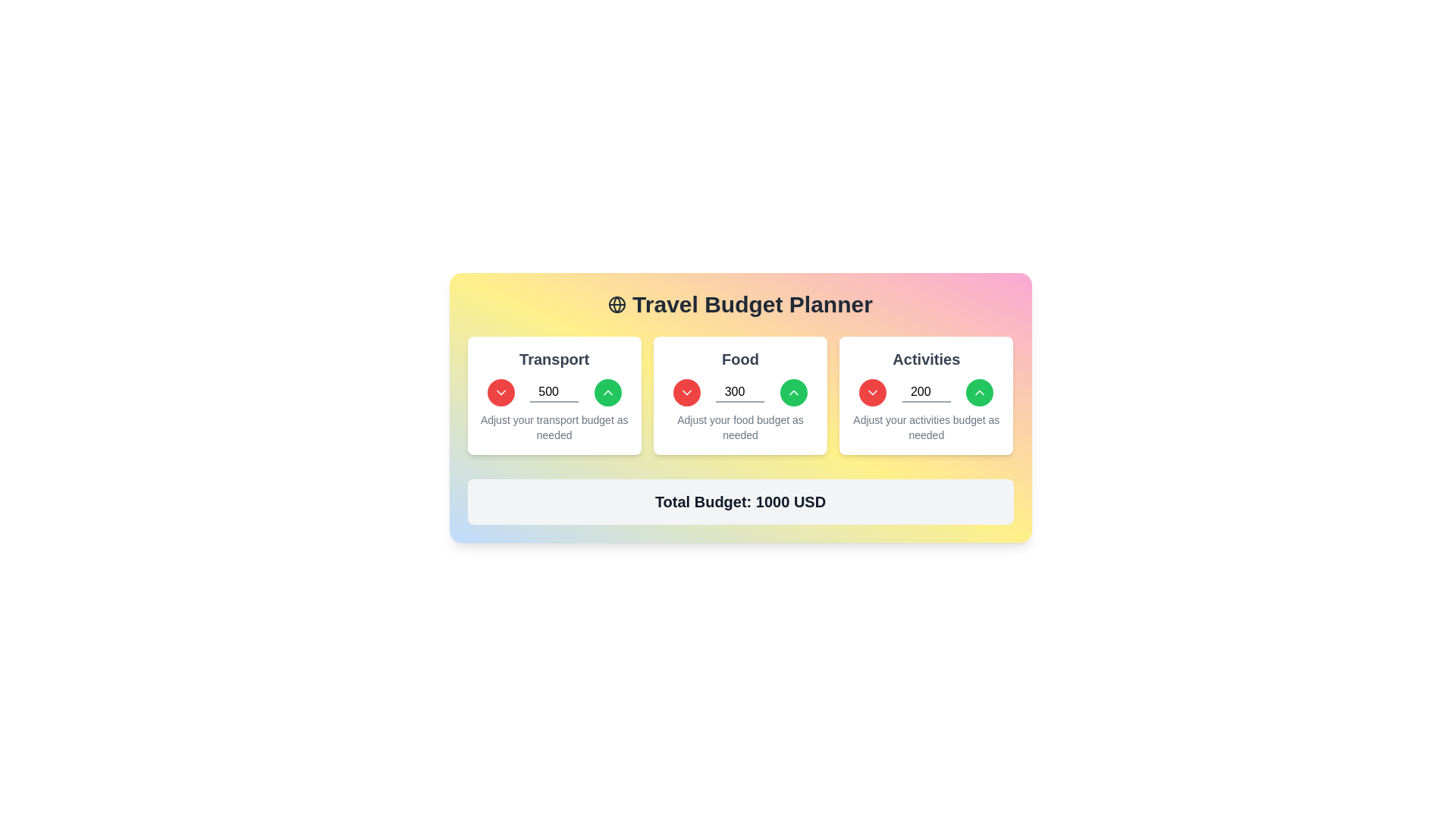 The image size is (1456, 819). I want to click on the static instructional text located below the number input field in the 'Food' card, so click(740, 427).